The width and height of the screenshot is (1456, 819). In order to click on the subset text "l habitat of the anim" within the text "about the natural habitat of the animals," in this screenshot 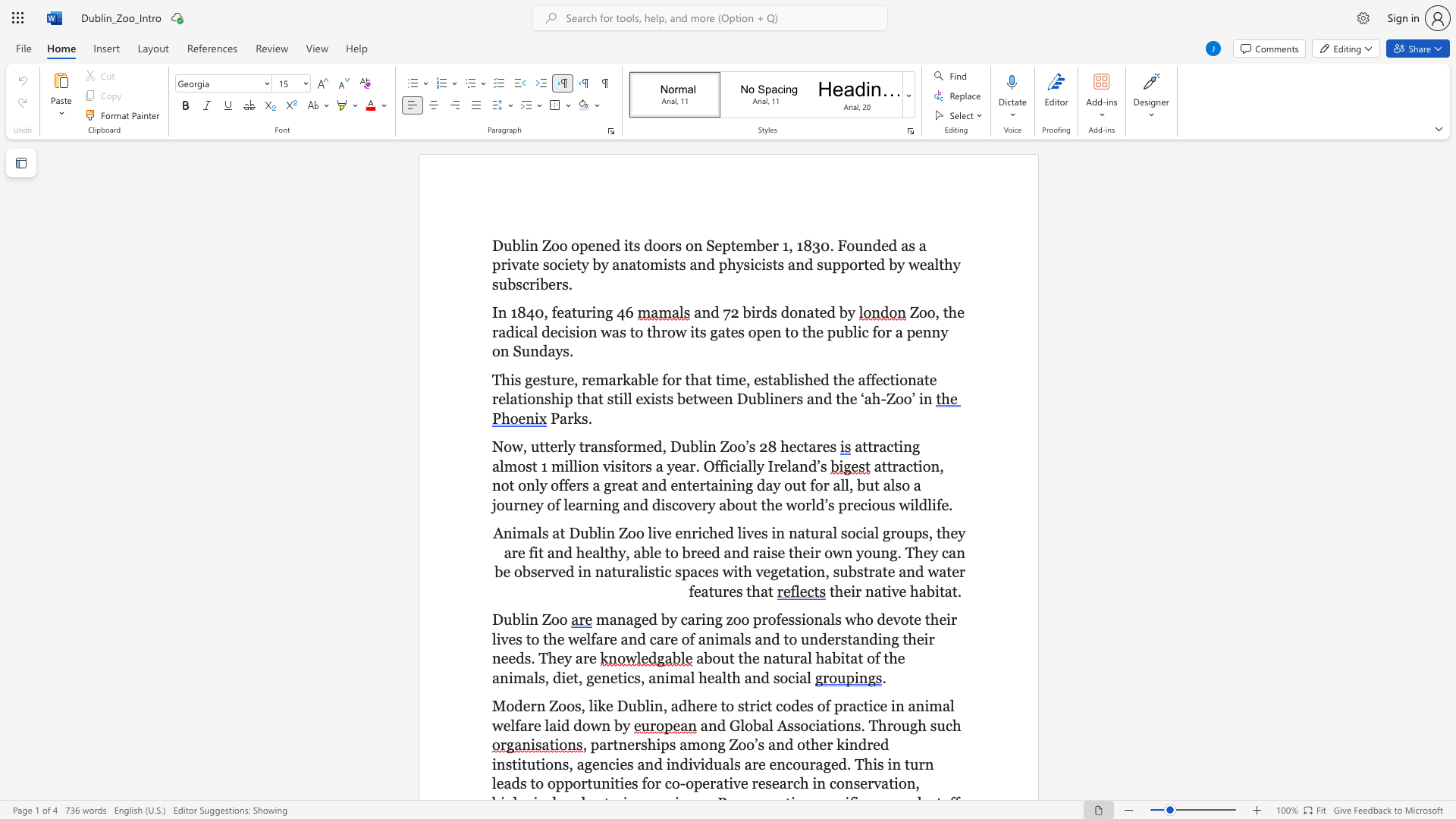, I will do `click(807, 657)`.